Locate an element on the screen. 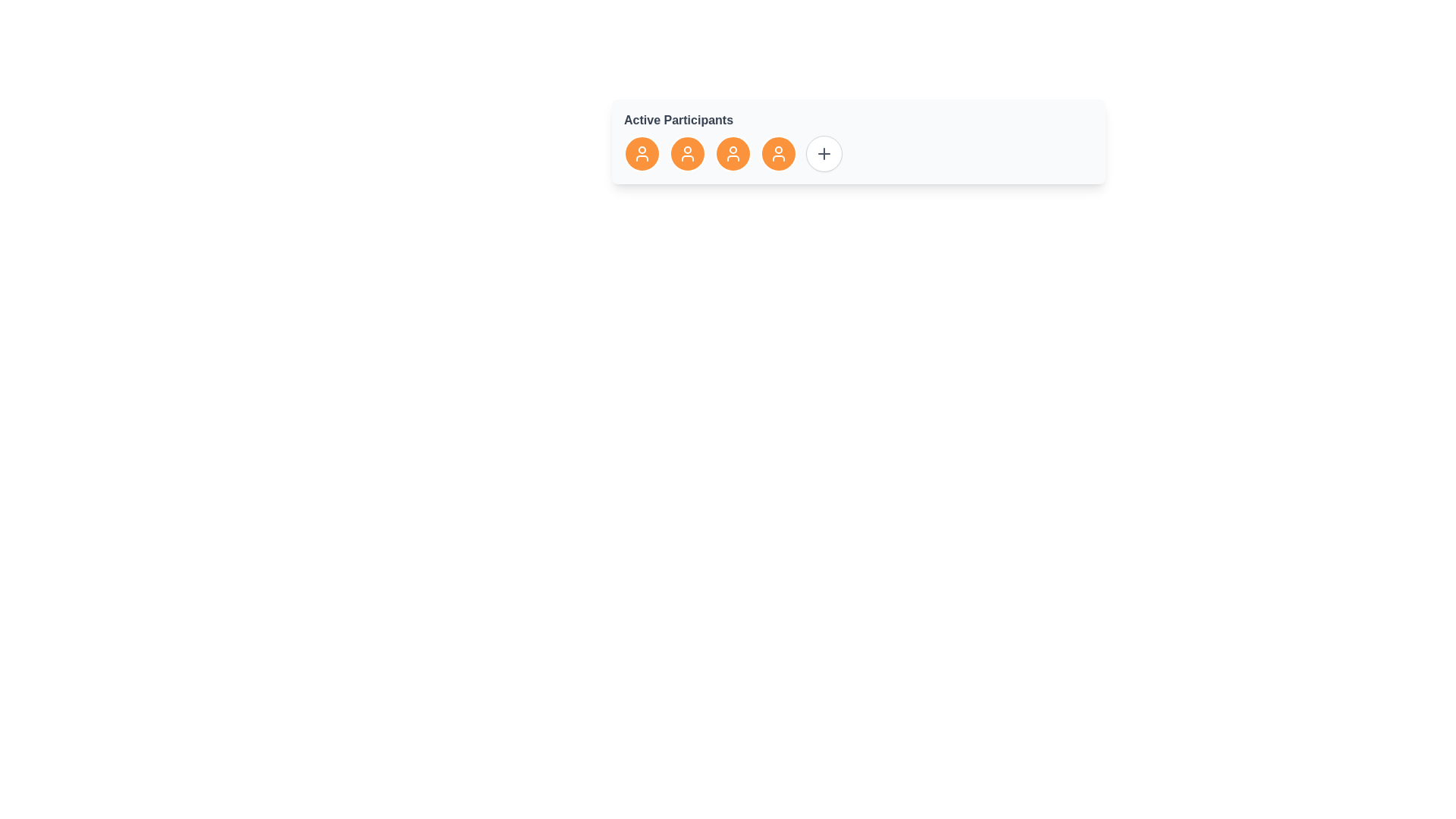  the fourth icon in the row of circular user icons under the 'Active Participants' label is located at coordinates (779, 154).